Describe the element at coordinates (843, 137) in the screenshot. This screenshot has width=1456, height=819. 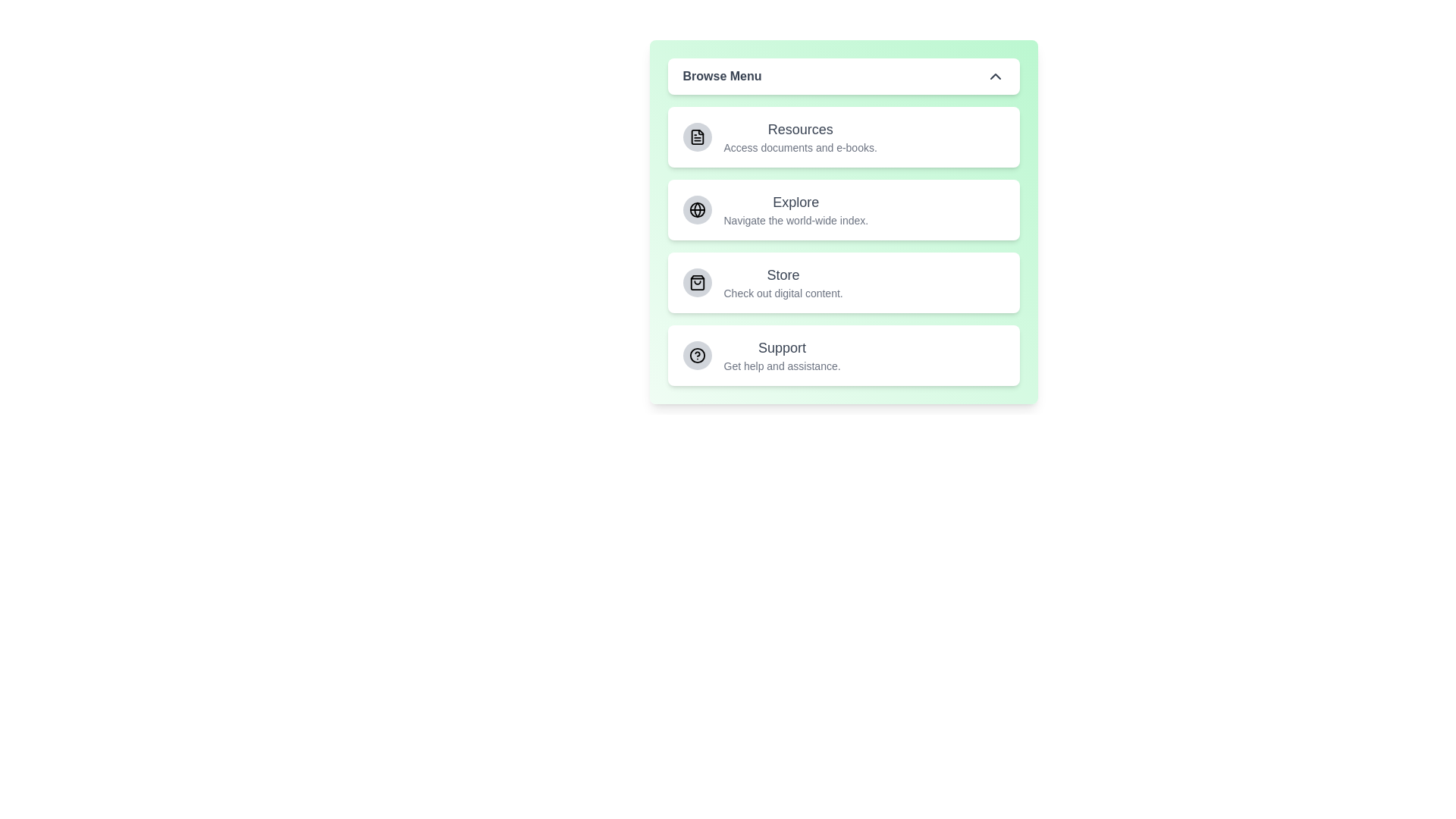
I see `the menu item Resources by clicking on it` at that location.